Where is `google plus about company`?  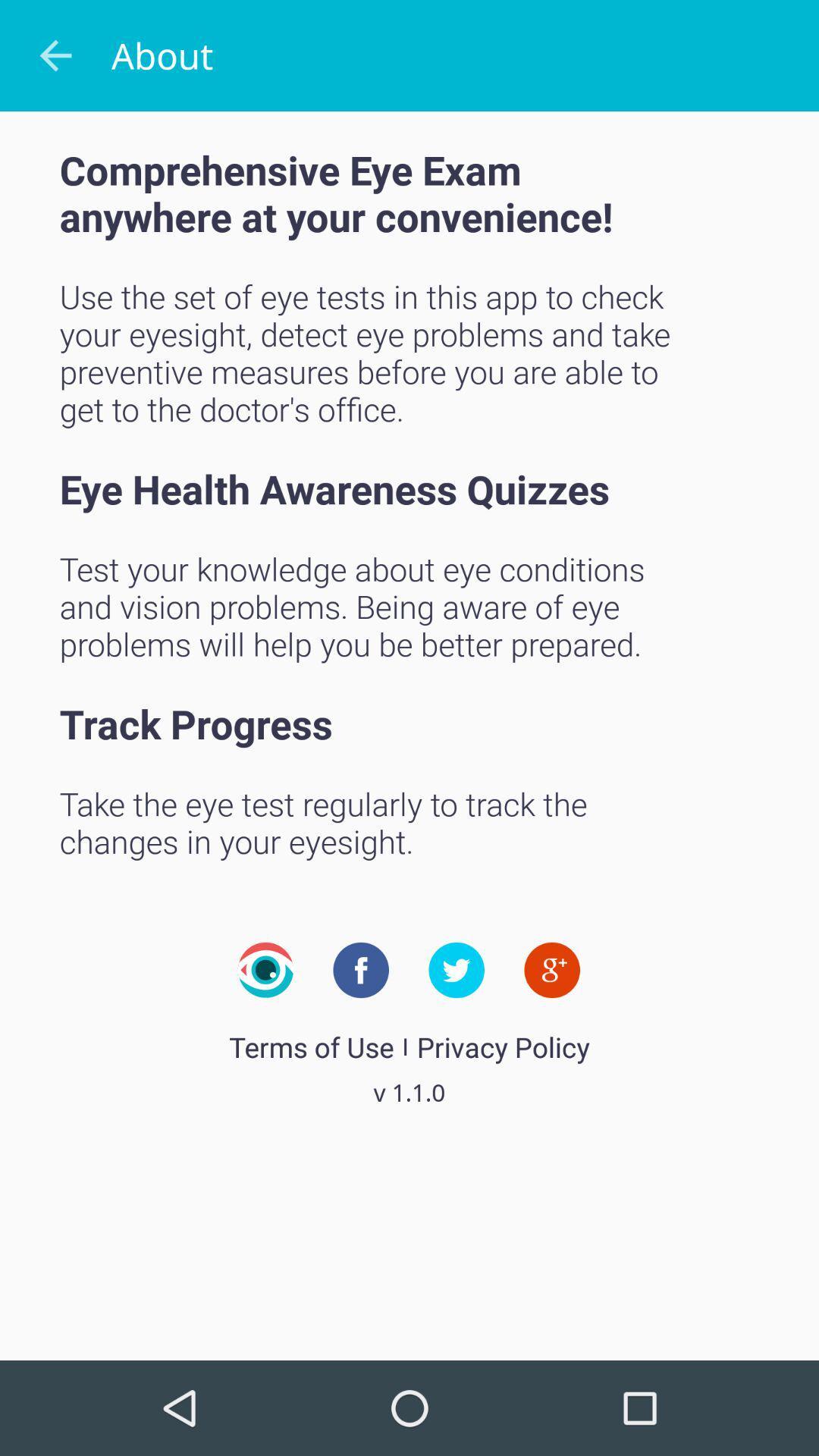 google plus about company is located at coordinates (552, 969).